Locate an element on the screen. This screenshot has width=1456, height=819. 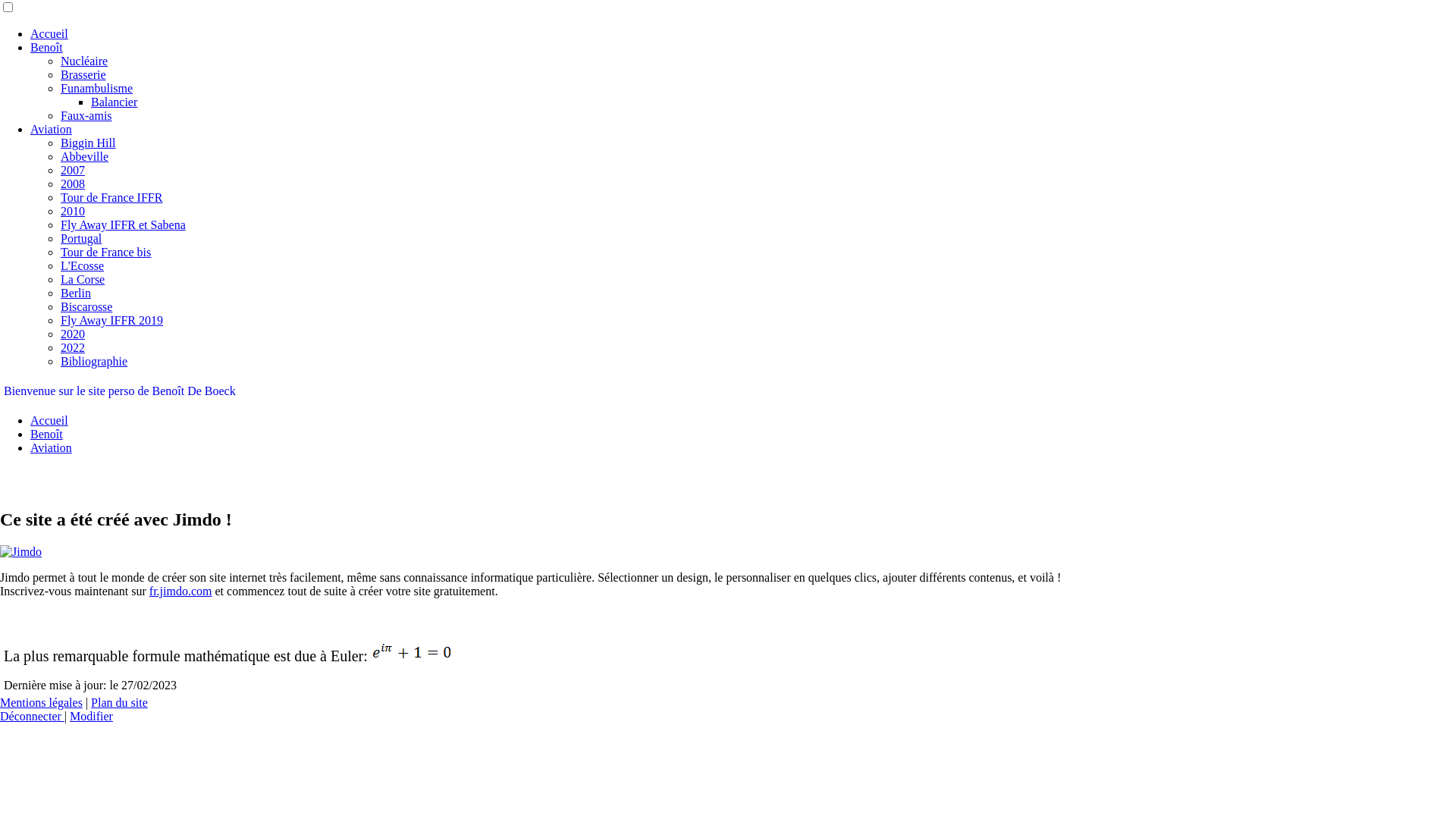
'Accueil' is located at coordinates (49, 33).